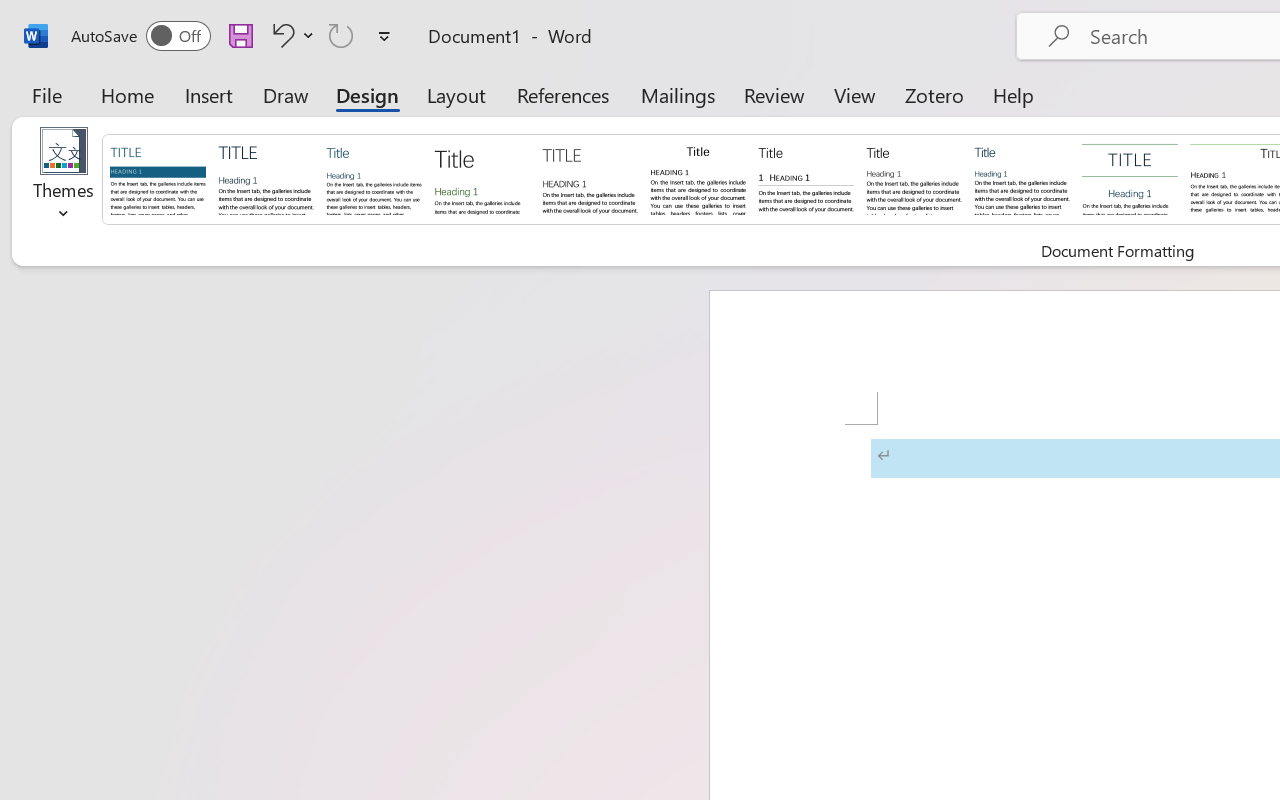 The height and width of the screenshot is (800, 1280). What do you see at coordinates (1130, 177) in the screenshot?
I see `'Centered'` at bounding box center [1130, 177].